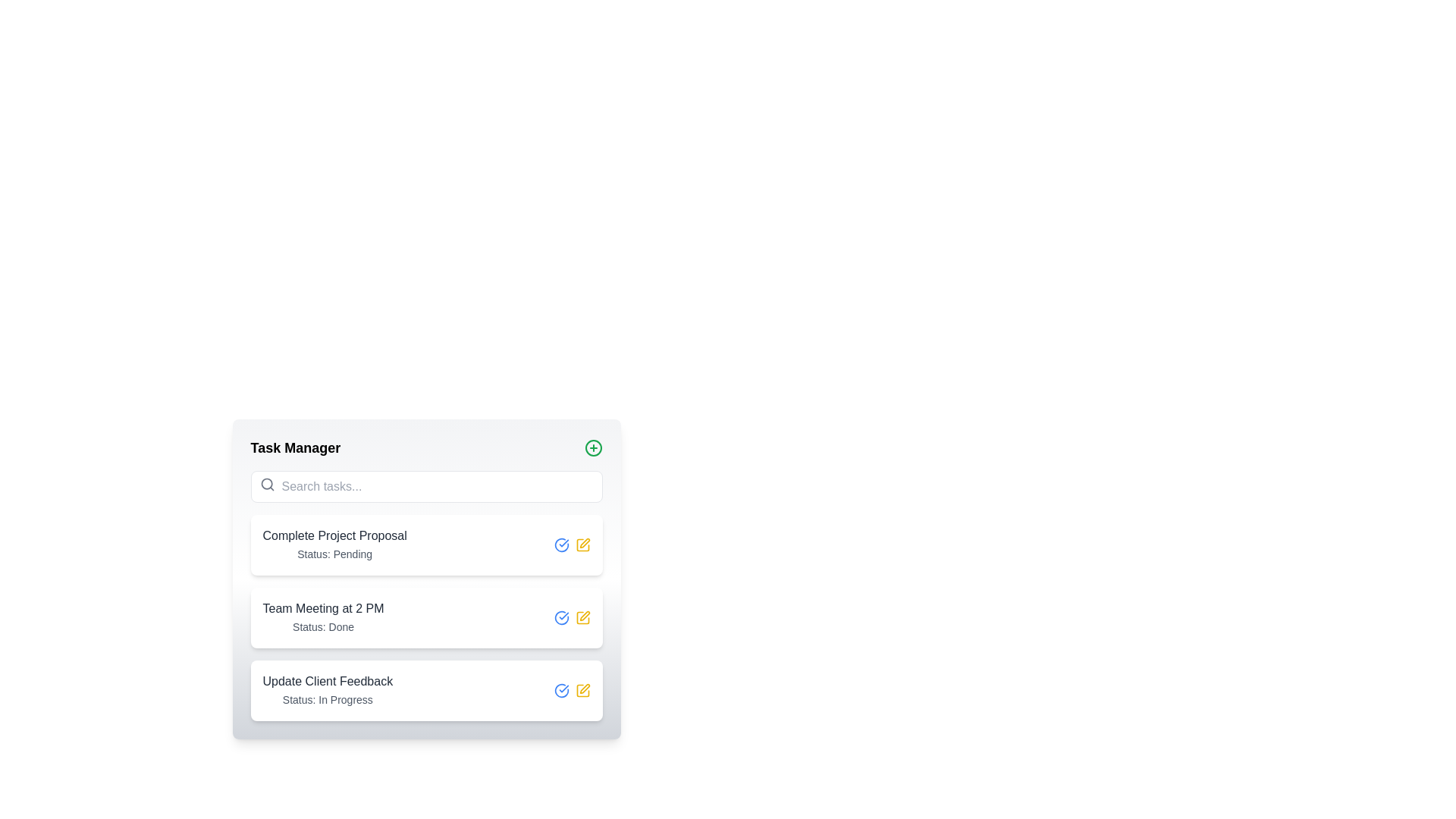  What do you see at coordinates (322, 626) in the screenshot?
I see `text label displaying 'Status: Done', which is styled in a smaller, gray-colored font and positioned below the heading 'Team Meeting at 2 PM.'` at bounding box center [322, 626].